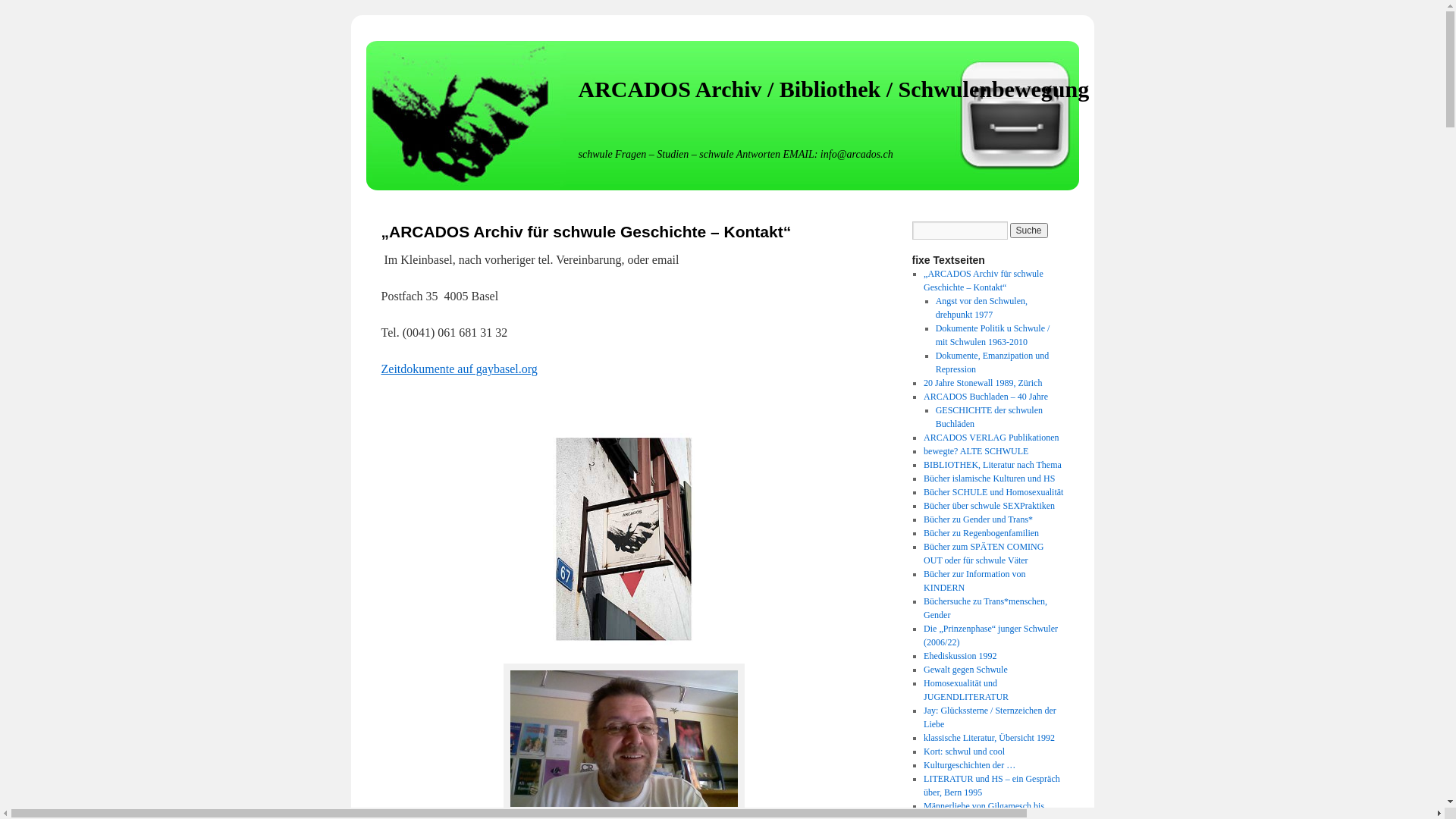 This screenshot has width=1456, height=819. Describe the element at coordinates (623, 538) in the screenshot. I see `'ARC'` at that location.